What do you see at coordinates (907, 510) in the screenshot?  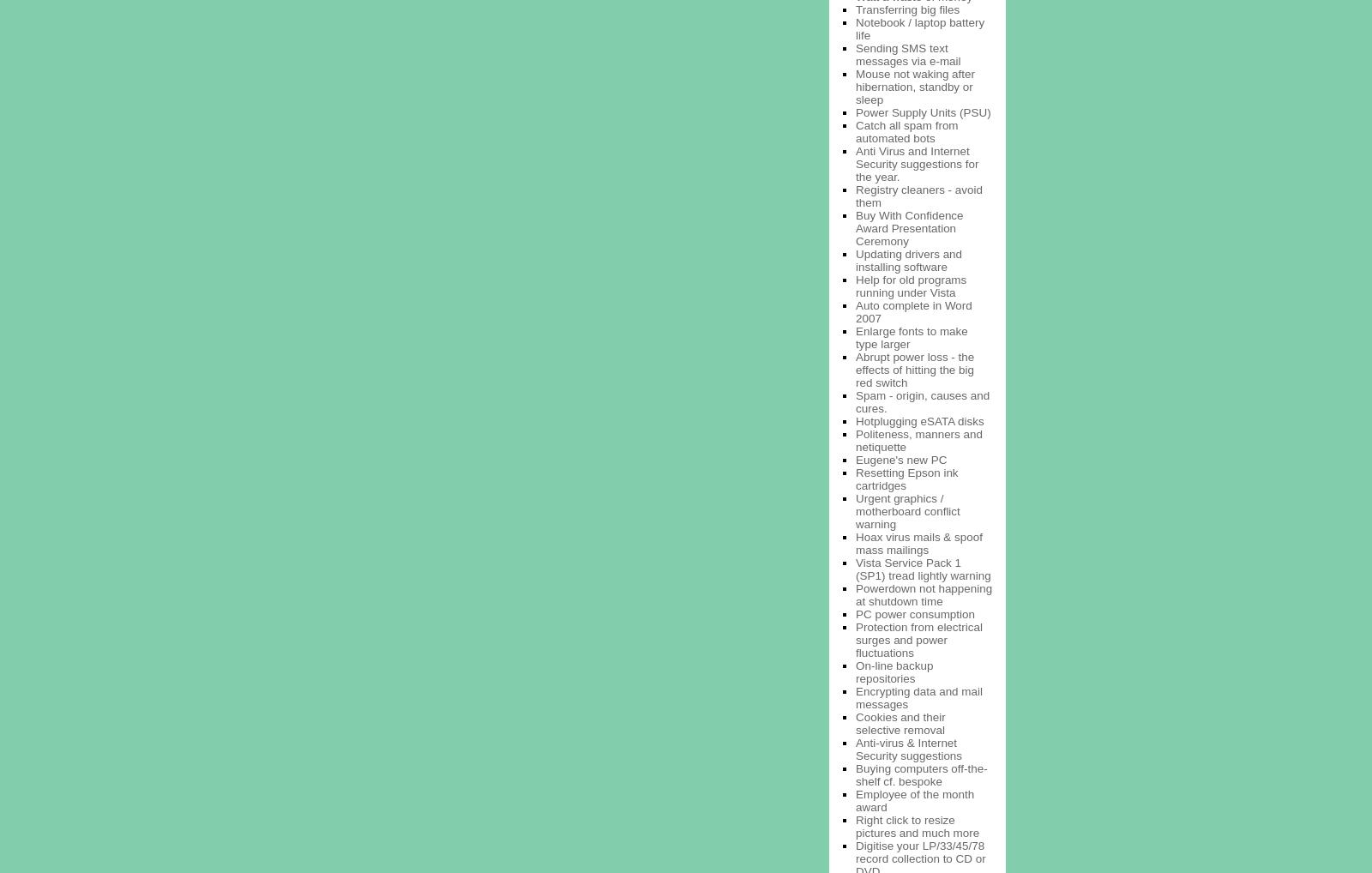 I see `'Urgent graphics / motherboard conflict warning'` at bounding box center [907, 510].